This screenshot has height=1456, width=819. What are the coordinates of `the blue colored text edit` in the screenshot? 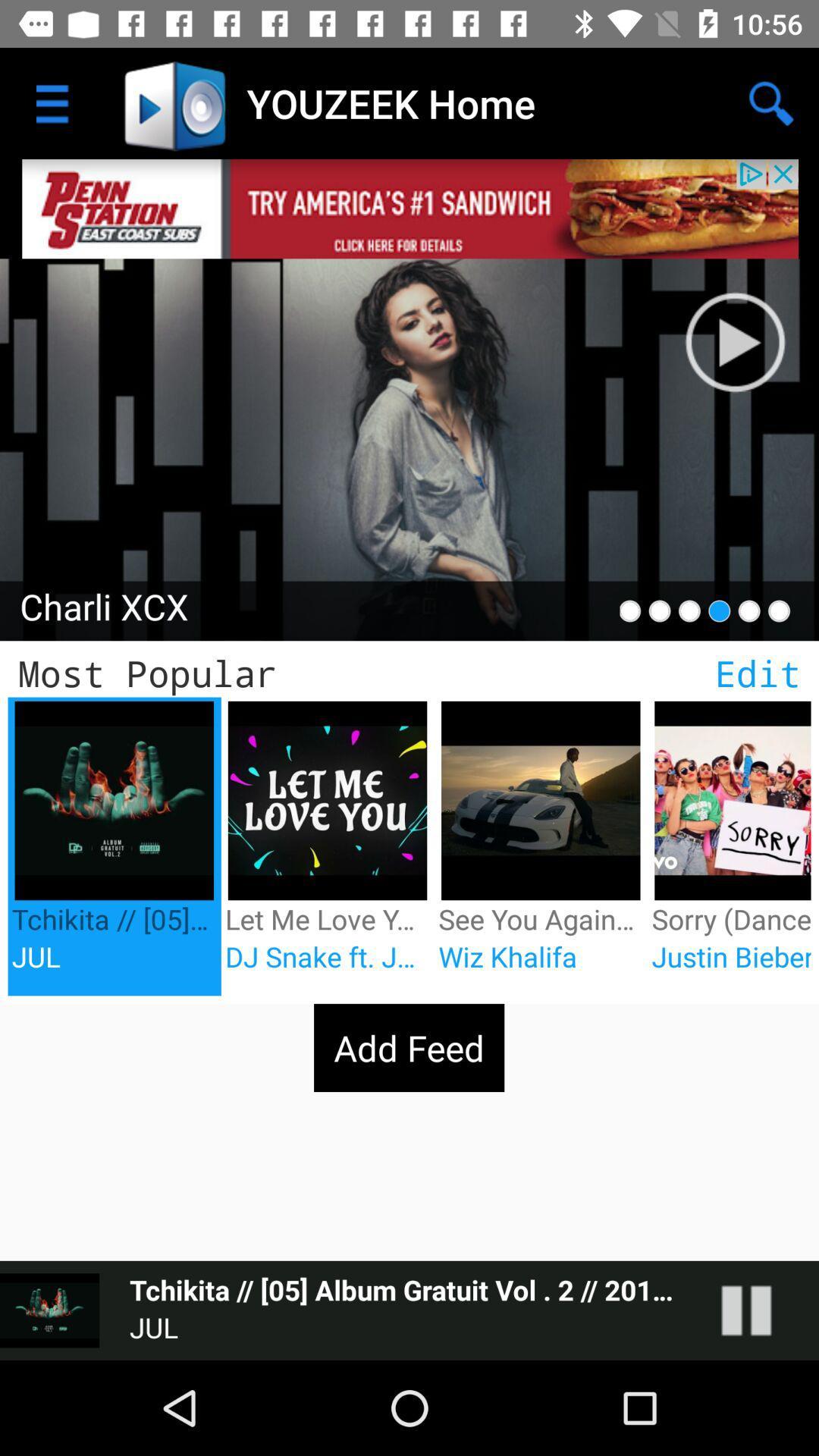 It's located at (758, 673).